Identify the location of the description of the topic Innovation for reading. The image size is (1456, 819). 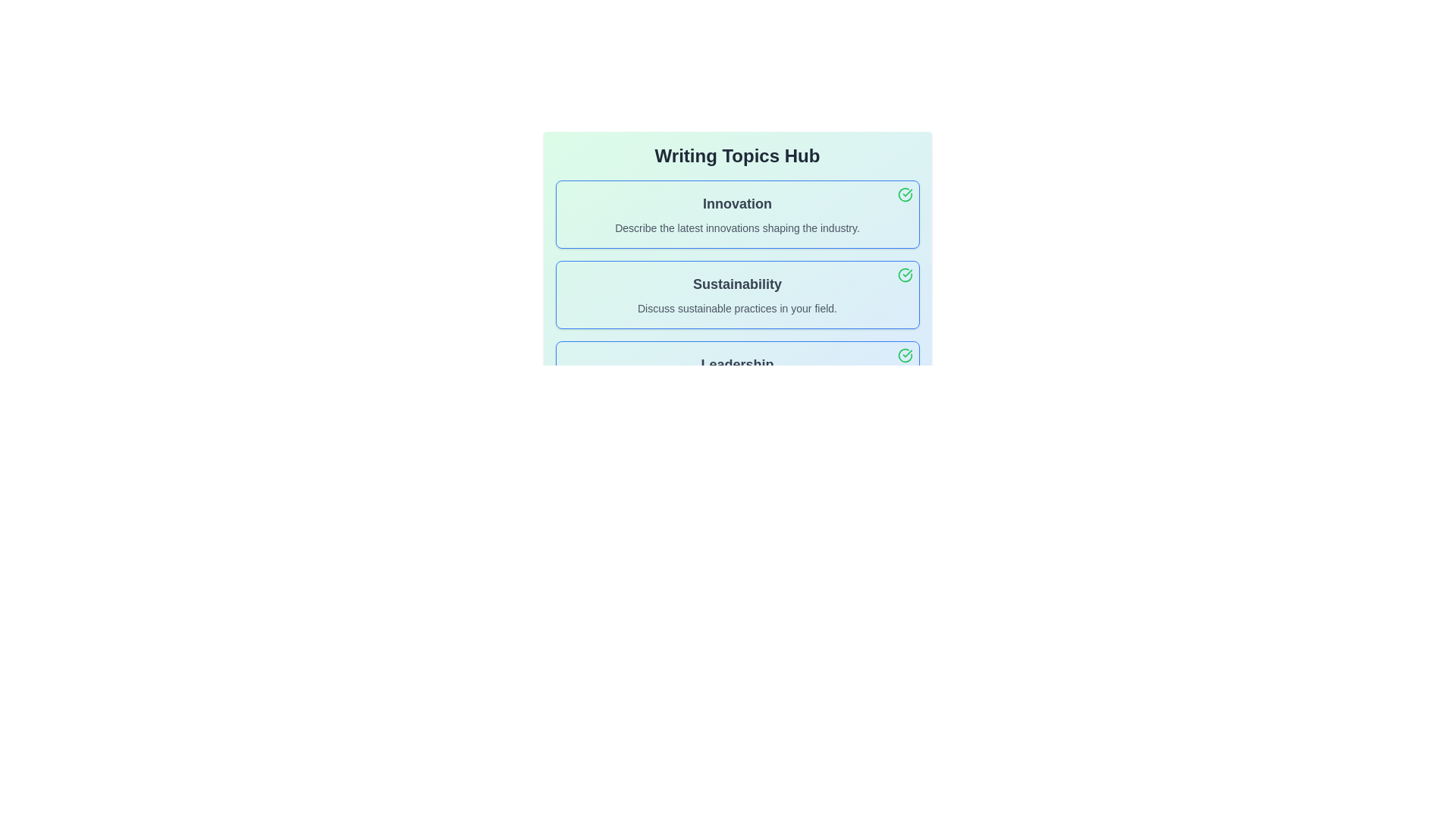
(737, 214).